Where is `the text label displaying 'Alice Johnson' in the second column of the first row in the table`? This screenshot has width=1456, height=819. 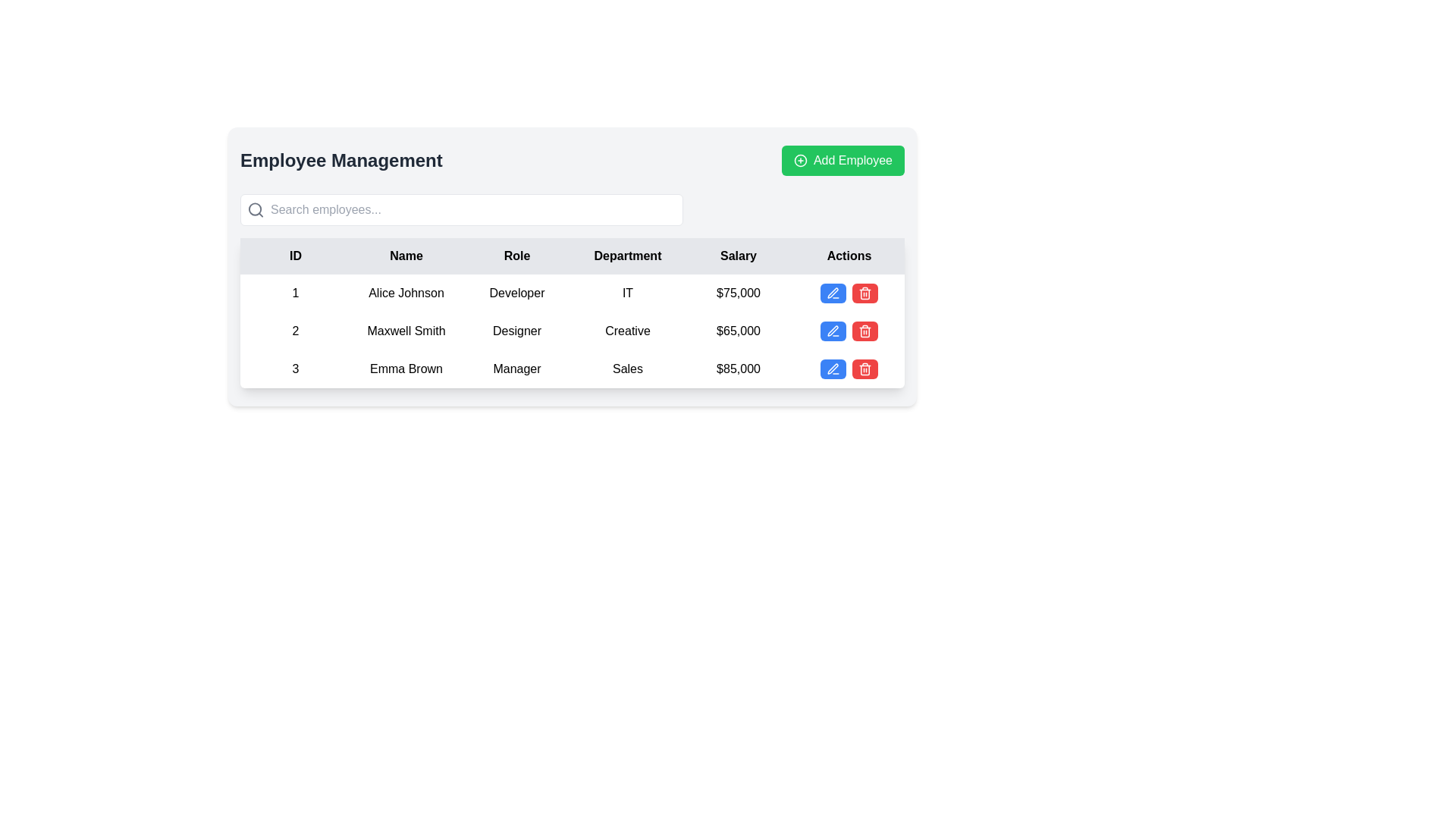 the text label displaying 'Alice Johnson' in the second column of the first row in the table is located at coordinates (406, 293).